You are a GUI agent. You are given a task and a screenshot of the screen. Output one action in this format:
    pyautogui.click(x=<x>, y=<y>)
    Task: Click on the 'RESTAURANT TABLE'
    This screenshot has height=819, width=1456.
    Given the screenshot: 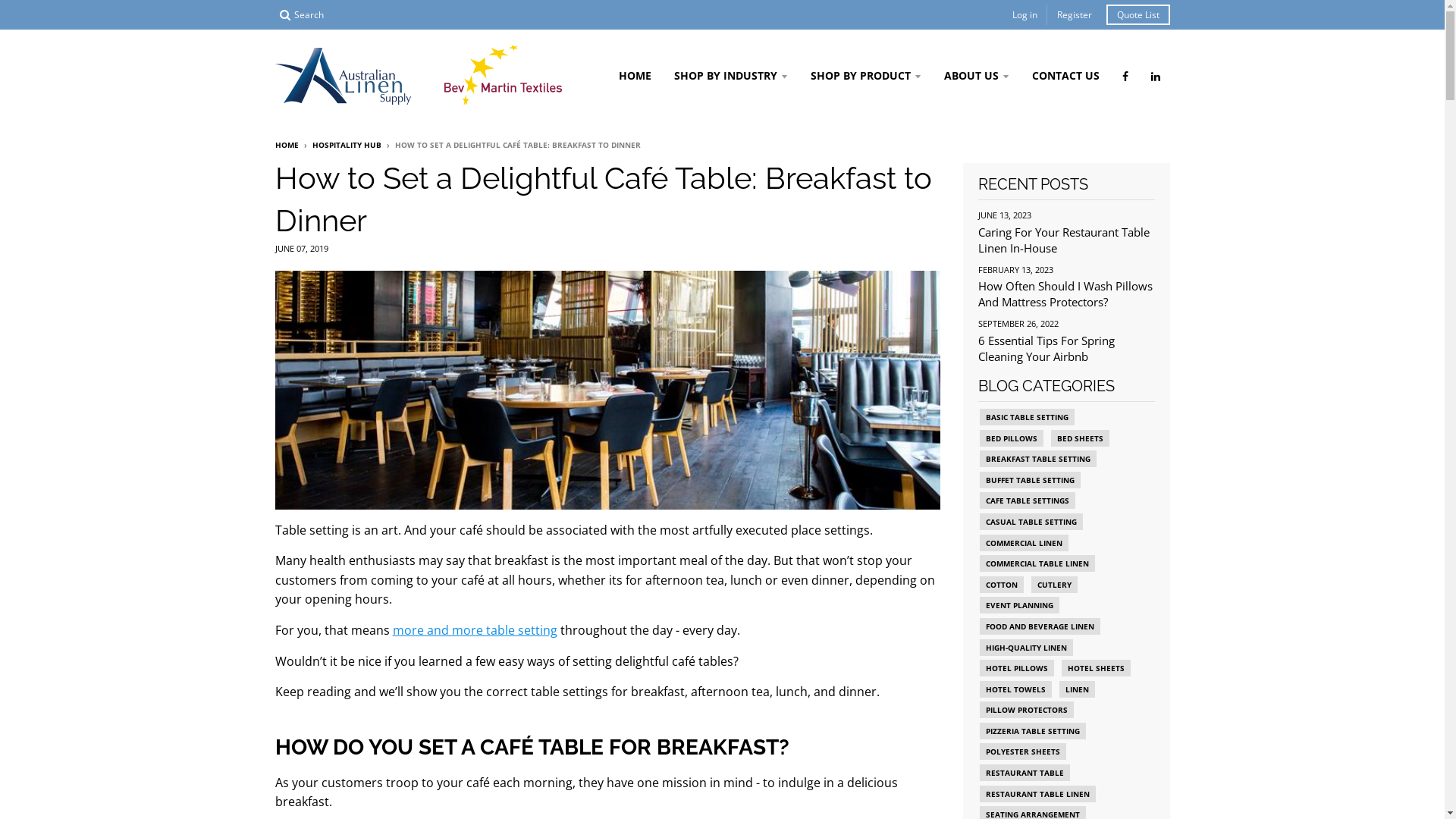 What is the action you would take?
    pyautogui.click(x=984, y=772)
    